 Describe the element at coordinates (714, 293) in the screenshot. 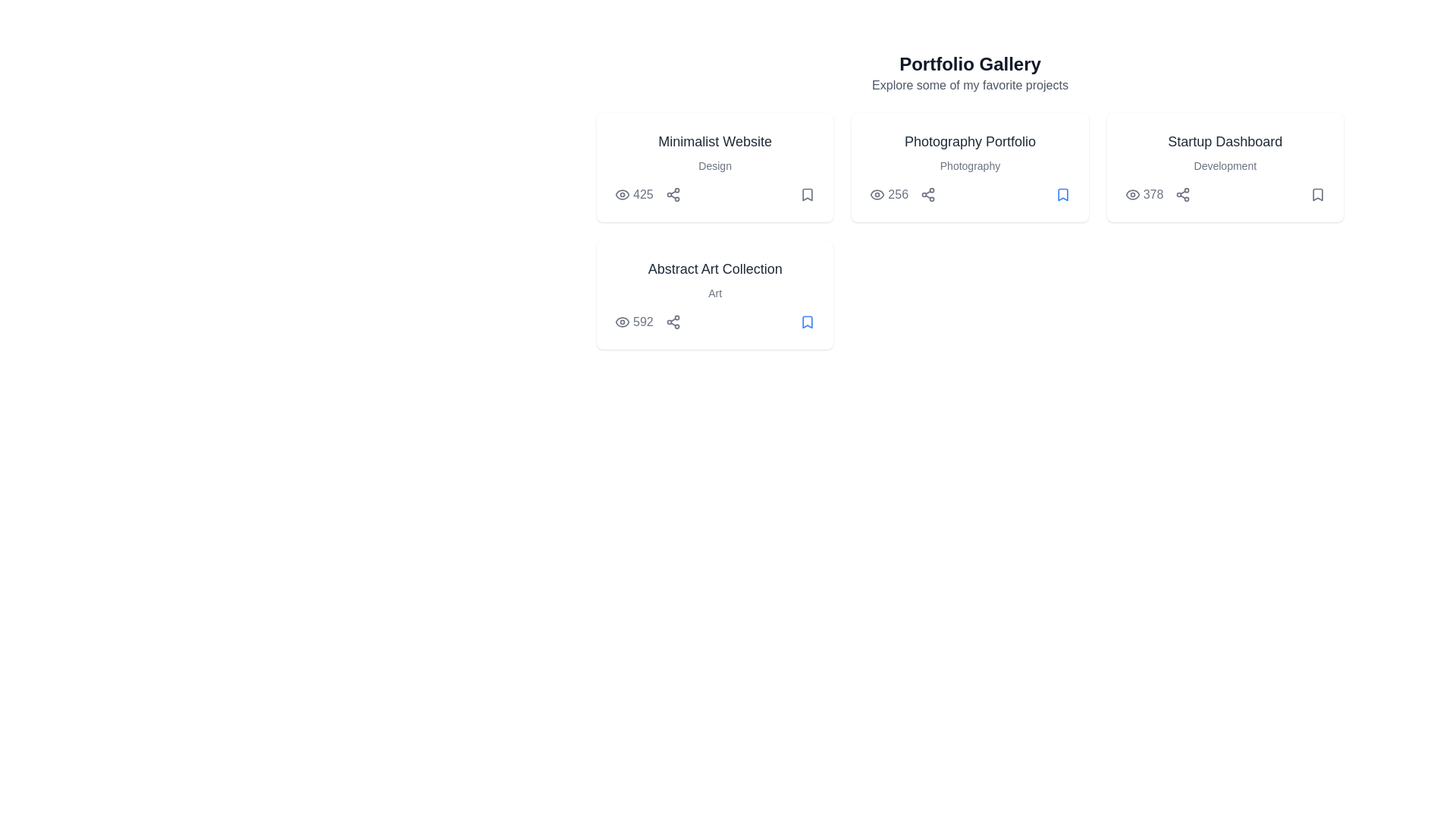

I see `the text label within the 'Abstract Art Collection' card, located below the main heading` at that location.